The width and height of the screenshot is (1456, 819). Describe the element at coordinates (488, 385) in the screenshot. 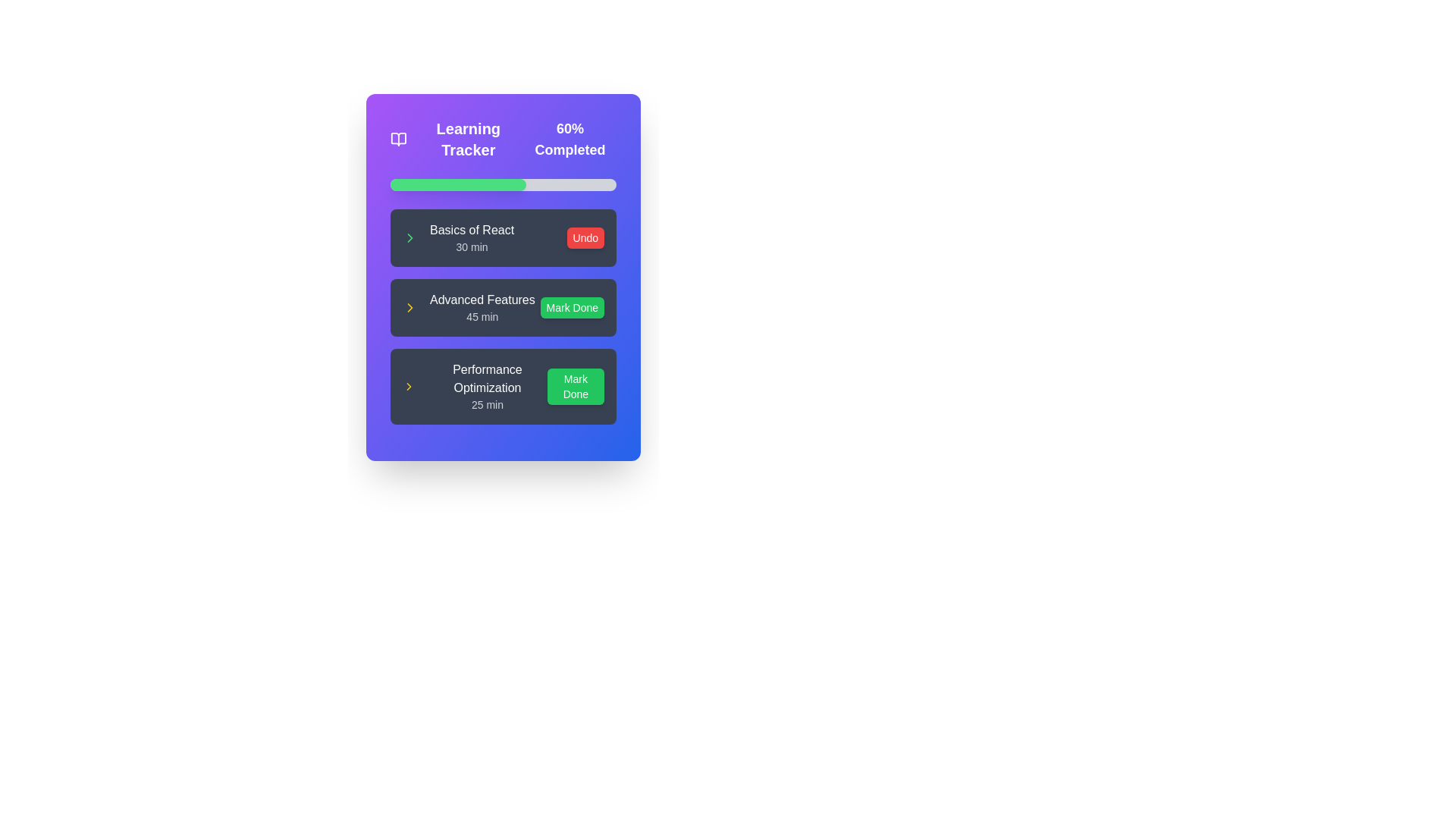

I see `the Text Display component that shows 'Performance Optimization', located above '25 min' and below 'Advanced Features' in the Learning Tracker section` at that location.